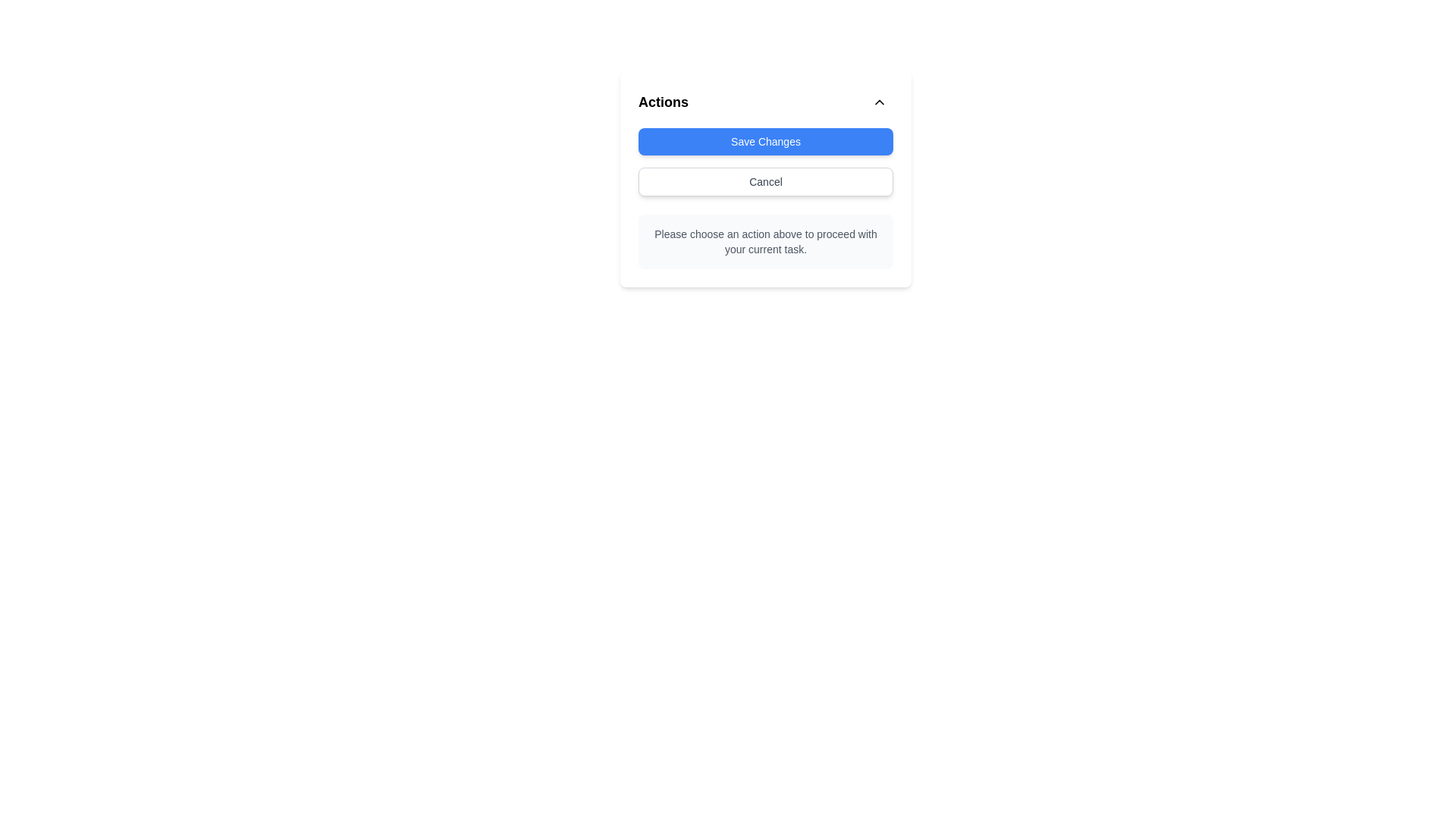  I want to click on the 'Cancel' button located in the Action Panel, which is a white button with gray borders, positioned below the title 'Actions', so click(765, 177).